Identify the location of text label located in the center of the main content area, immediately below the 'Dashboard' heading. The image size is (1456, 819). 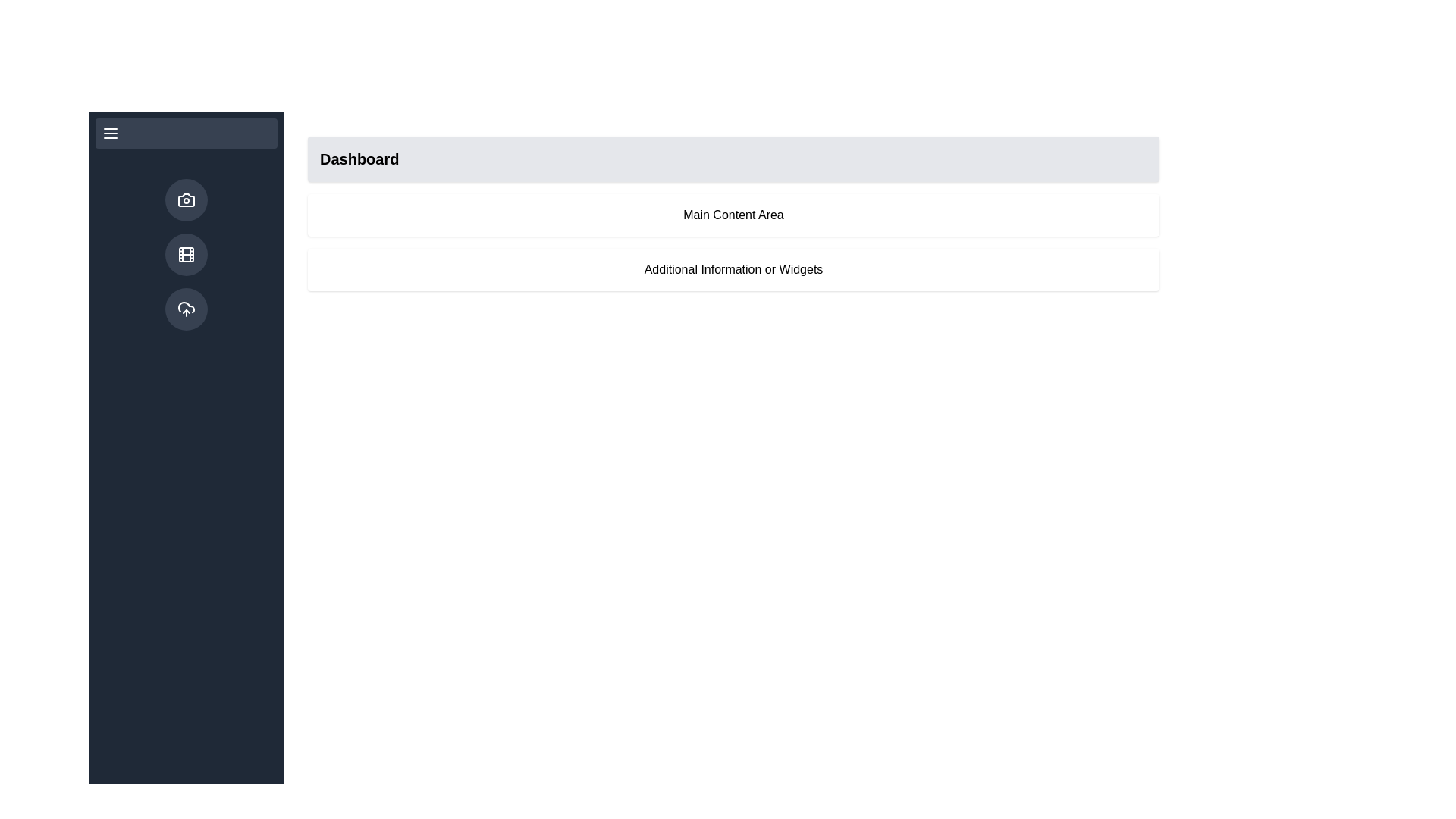
(733, 215).